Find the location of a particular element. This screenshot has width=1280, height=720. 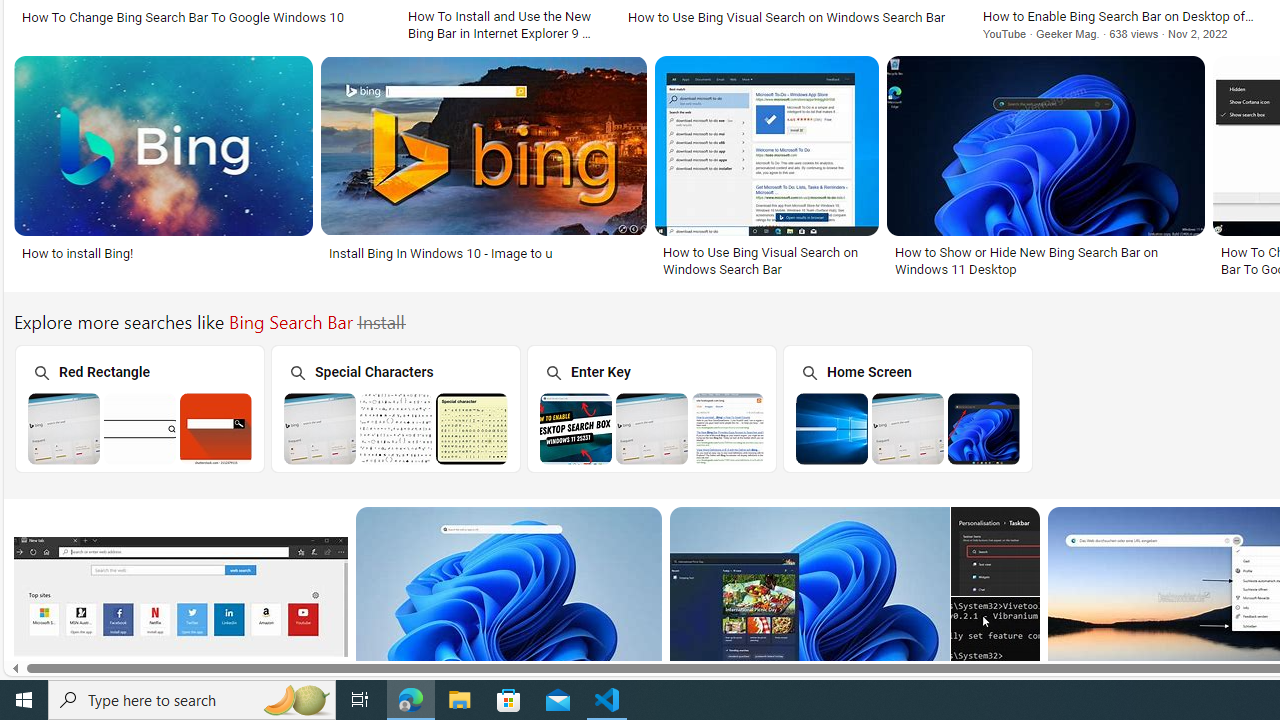

'Special Characters' is located at coordinates (395, 407).